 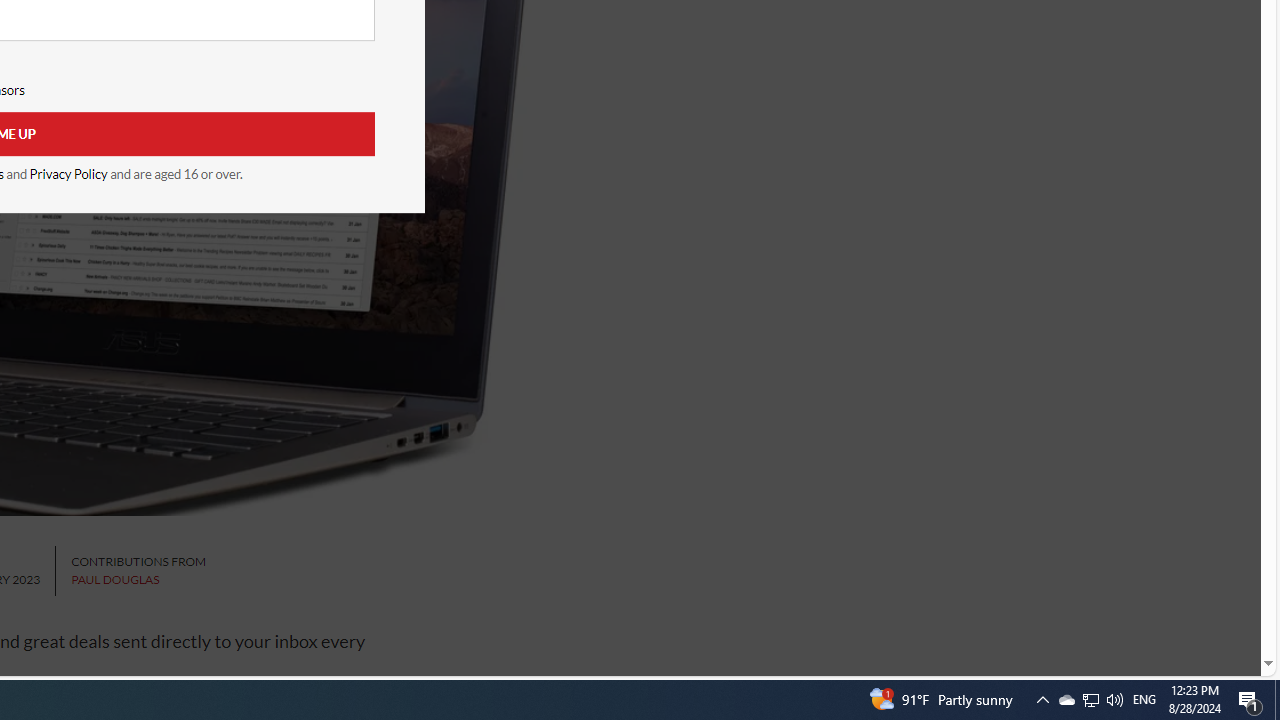 What do you see at coordinates (68, 173) in the screenshot?
I see `'Privacy Policy'` at bounding box center [68, 173].